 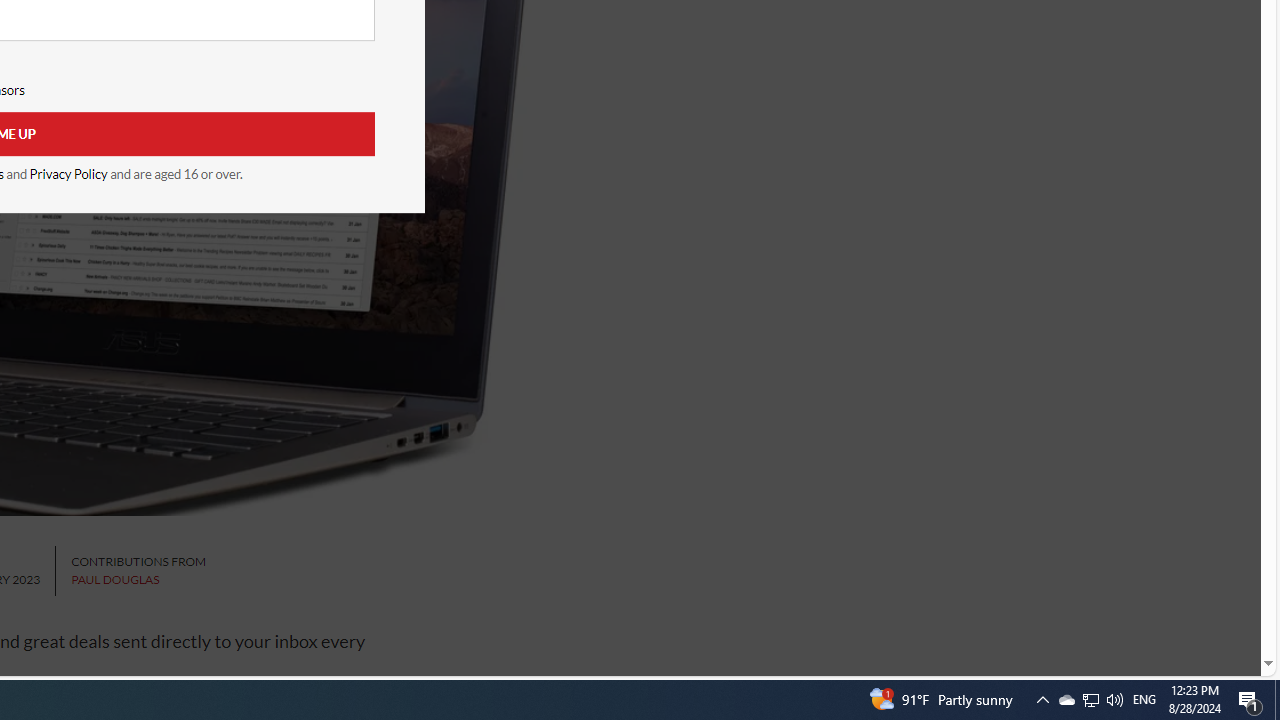 What do you see at coordinates (68, 173) in the screenshot?
I see `'Privacy Policy'` at bounding box center [68, 173].